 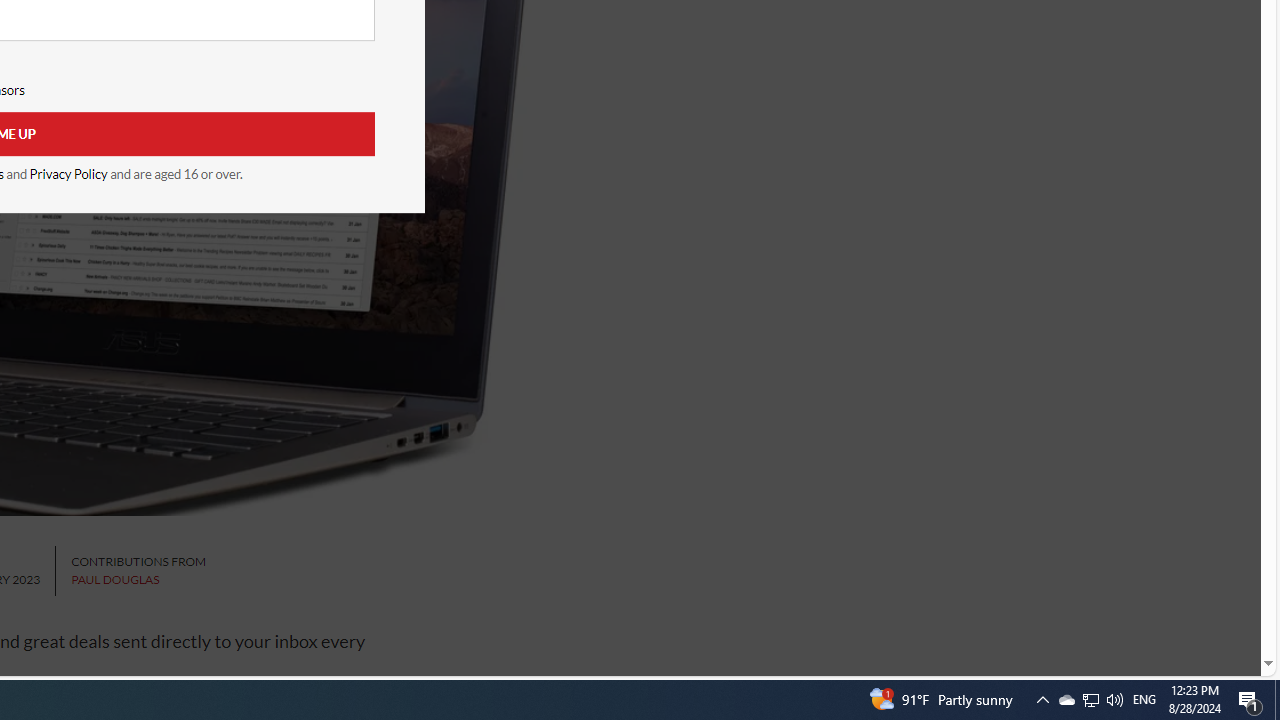 What do you see at coordinates (68, 173) in the screenshot?
I see `'Privacy Policy'` at bounding box center [68, 173].